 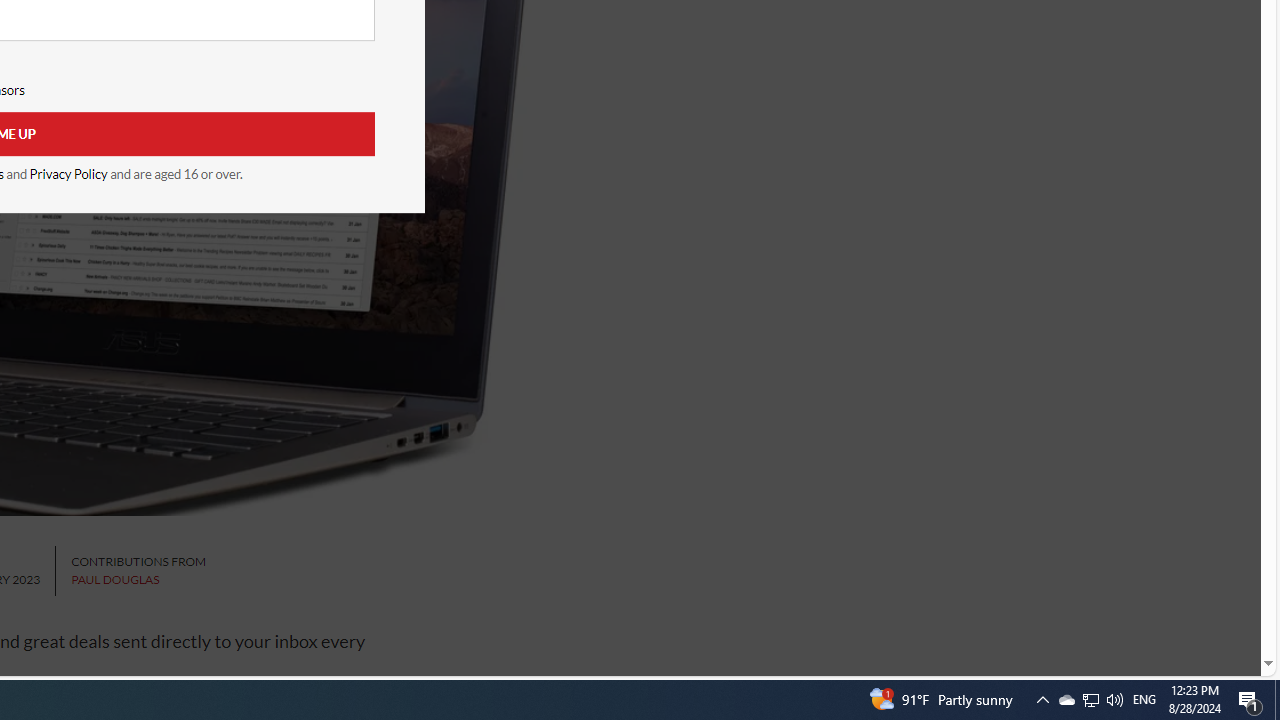 What do you see at coordinates (68, 173) in the screenshot?
I see `'Privacy Policy'` at bounding box center [68, 173].